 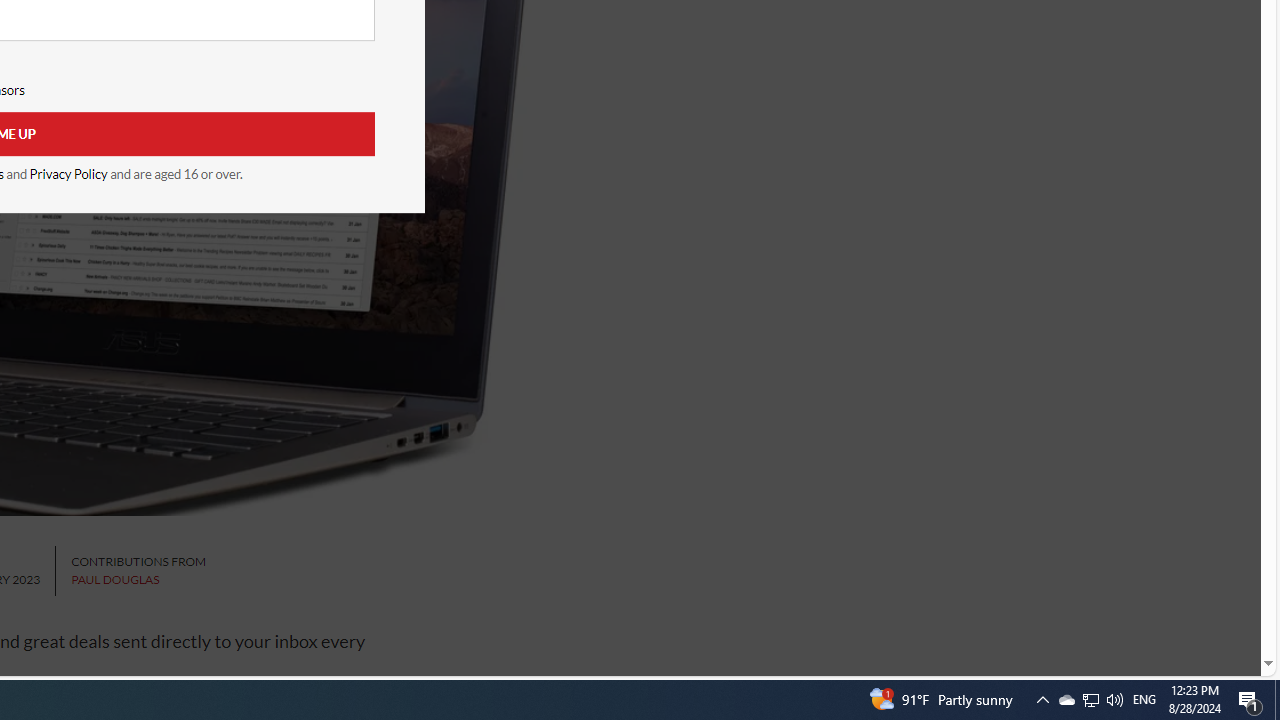 What do you see at coordinates (68, 173) in the screenshot?
I see `'Privacy Policy'` at bounding box center [68, 173].